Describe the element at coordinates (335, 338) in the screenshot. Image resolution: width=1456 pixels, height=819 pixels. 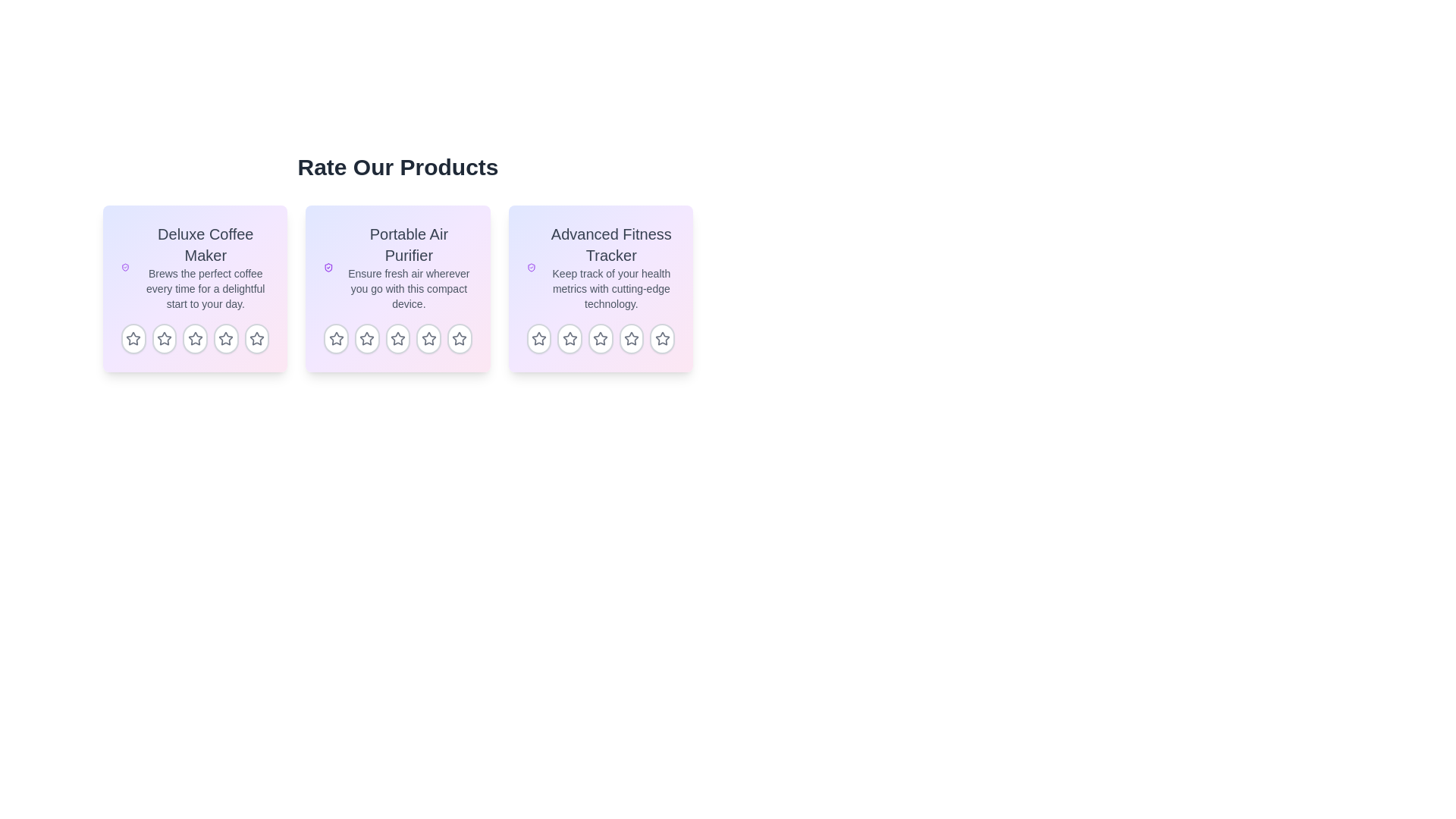
I see `the first circular star button with a white background and gray border, located beneath the subtitle 'Portable Air Purifier' in the product rating section for visual feedback` at that location.